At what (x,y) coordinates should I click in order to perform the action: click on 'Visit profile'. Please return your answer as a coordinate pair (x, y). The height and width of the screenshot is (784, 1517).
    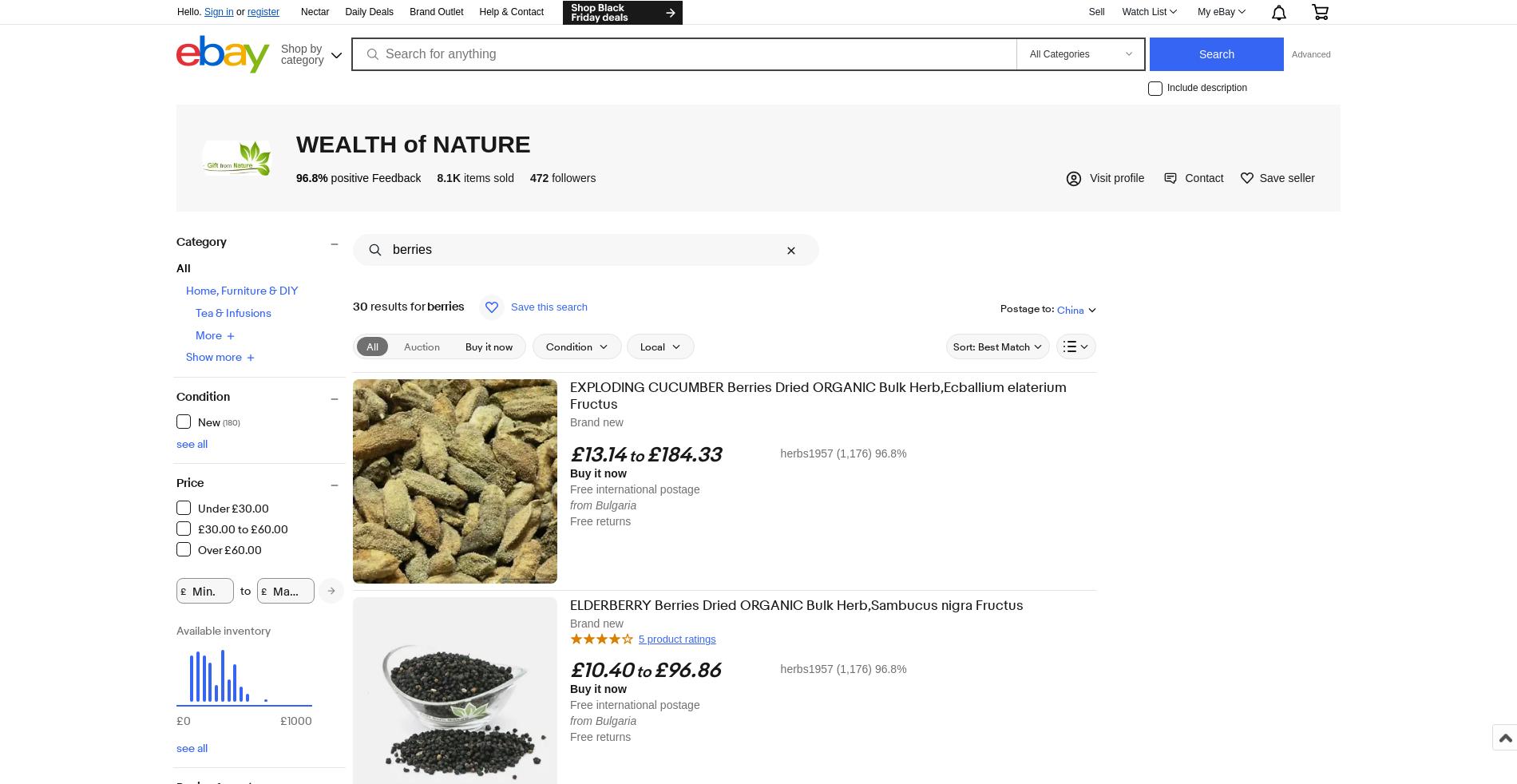
    Looking at the image, I should click on (1115, 177).